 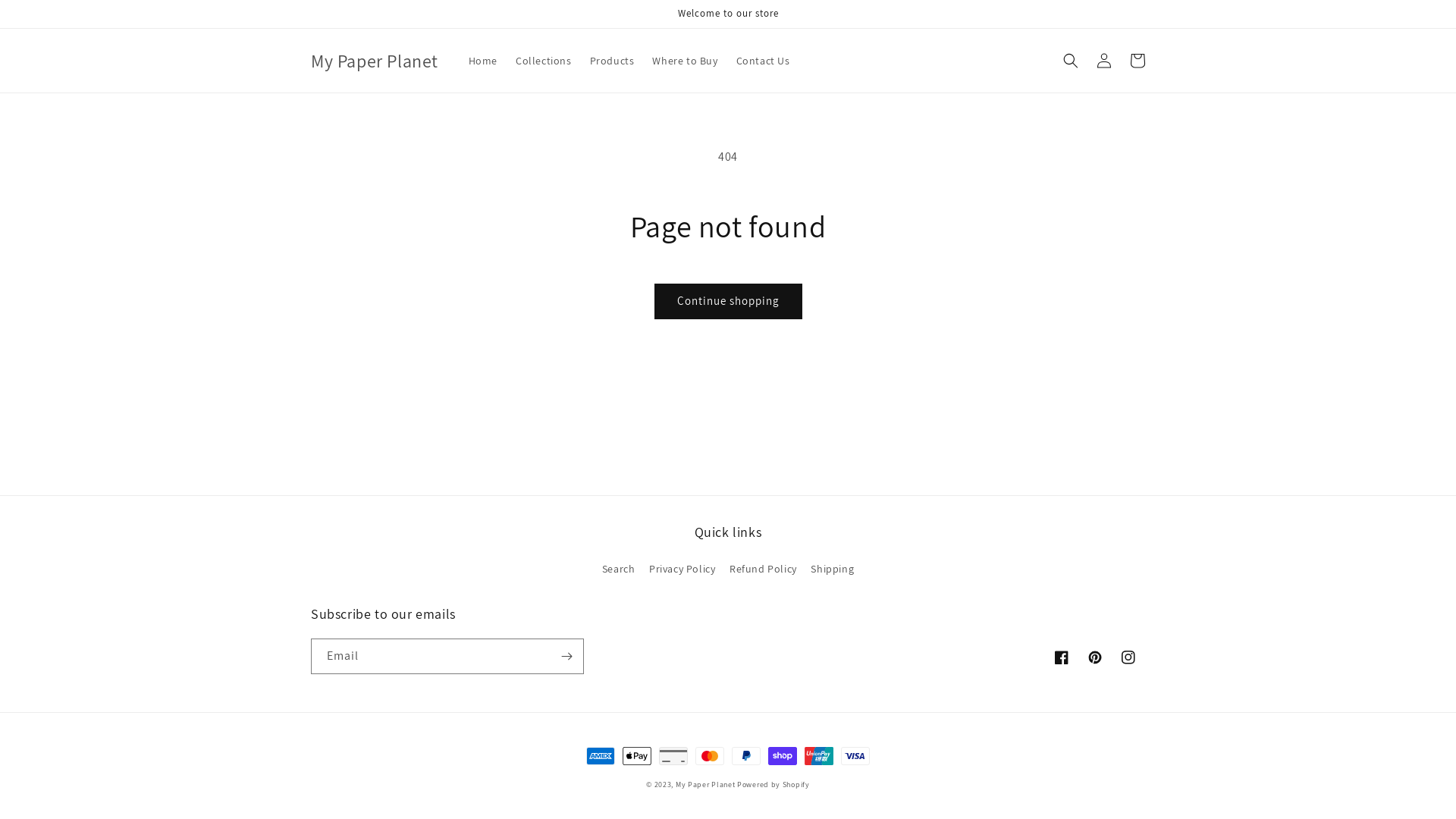 What do you see at coordinates (374, 59) in the screenshot?
I see `'My Paper Planet'` at bounding box center [374, 59].